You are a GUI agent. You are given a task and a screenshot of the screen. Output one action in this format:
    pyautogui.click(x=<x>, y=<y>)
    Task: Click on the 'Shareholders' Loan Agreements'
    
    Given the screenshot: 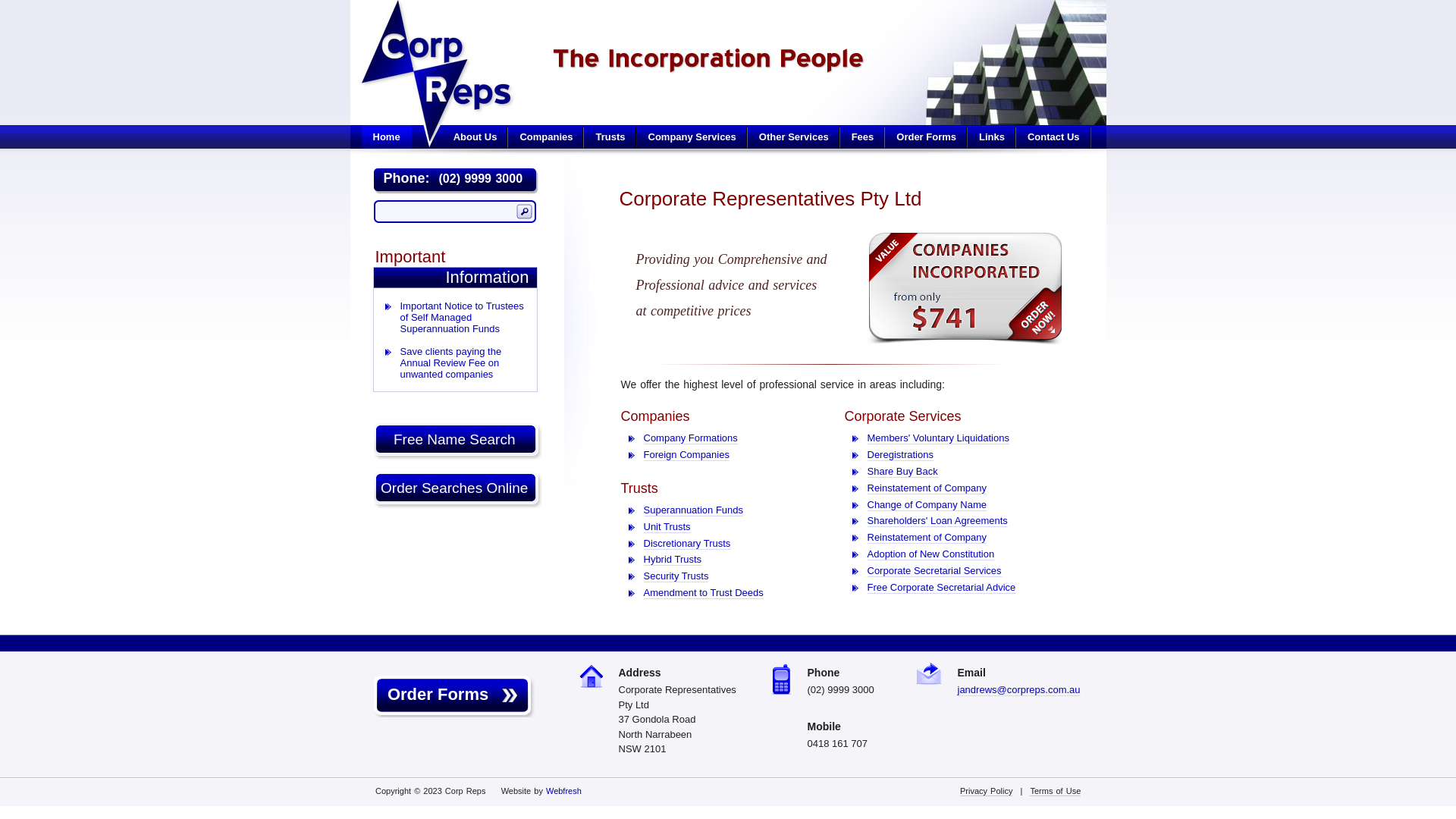 What is the action you would take?
    pyautogui.click(x=937, y=519)
    